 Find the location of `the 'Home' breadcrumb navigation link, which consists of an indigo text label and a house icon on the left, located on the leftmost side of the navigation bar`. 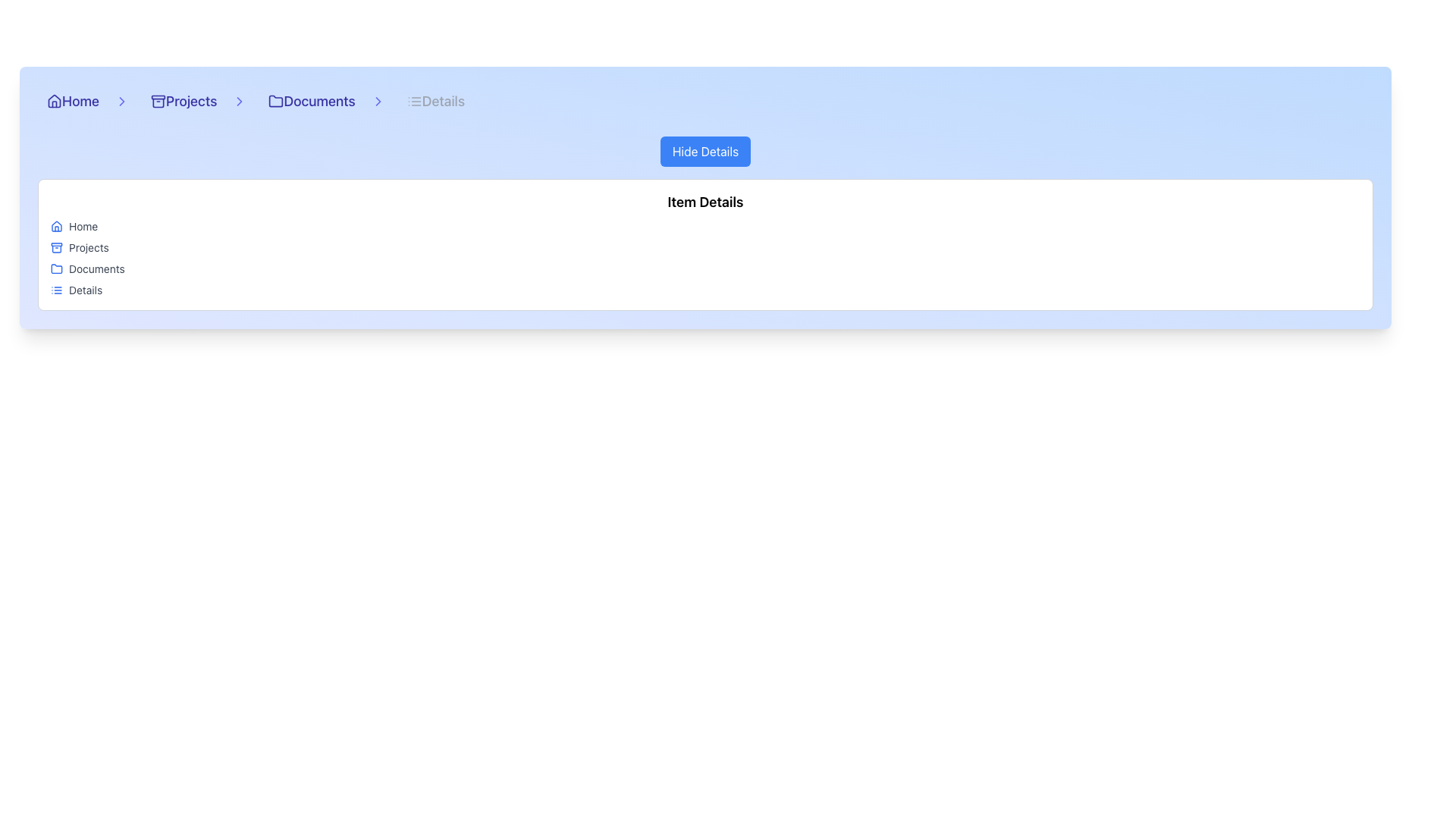

the 'Home' breadcrumb navigation link, which consists of an indigo text label and a house icon on the left, located on the leftmost side of the navigation bar is located at coordinates (83, 102).